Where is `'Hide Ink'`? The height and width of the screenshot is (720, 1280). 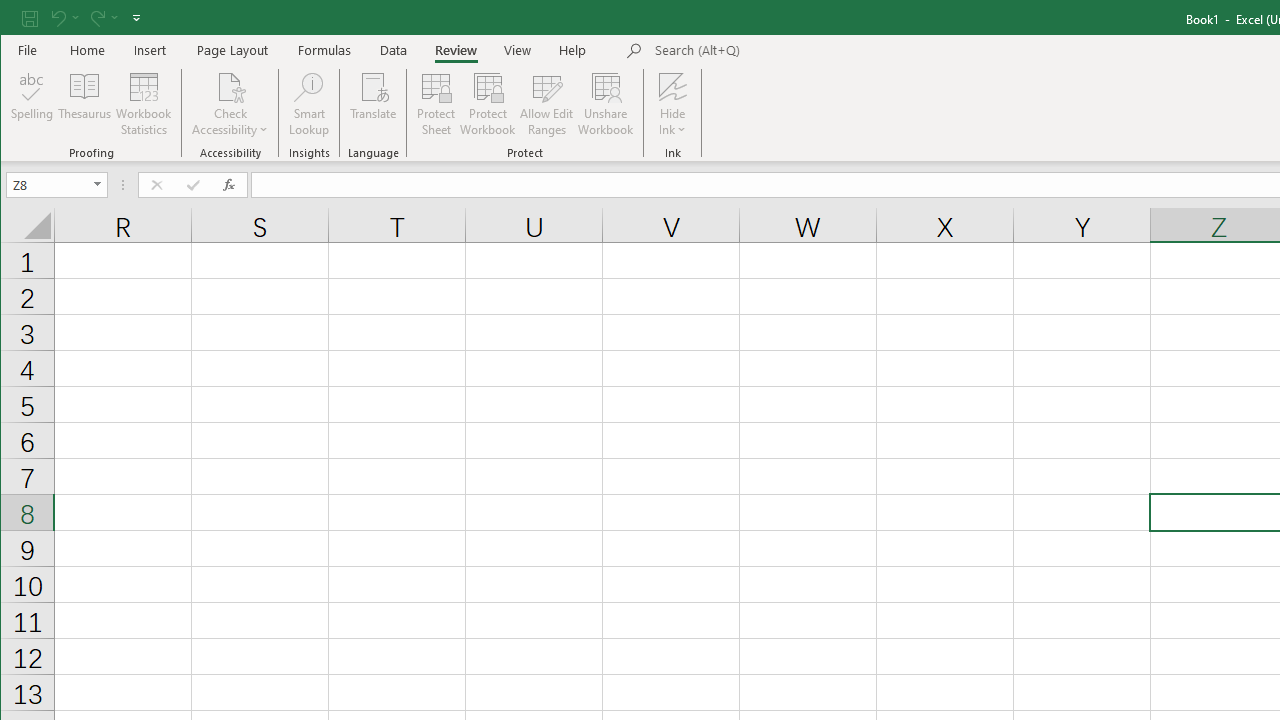 'Hide Ink' is located at coordinates (672, 85).